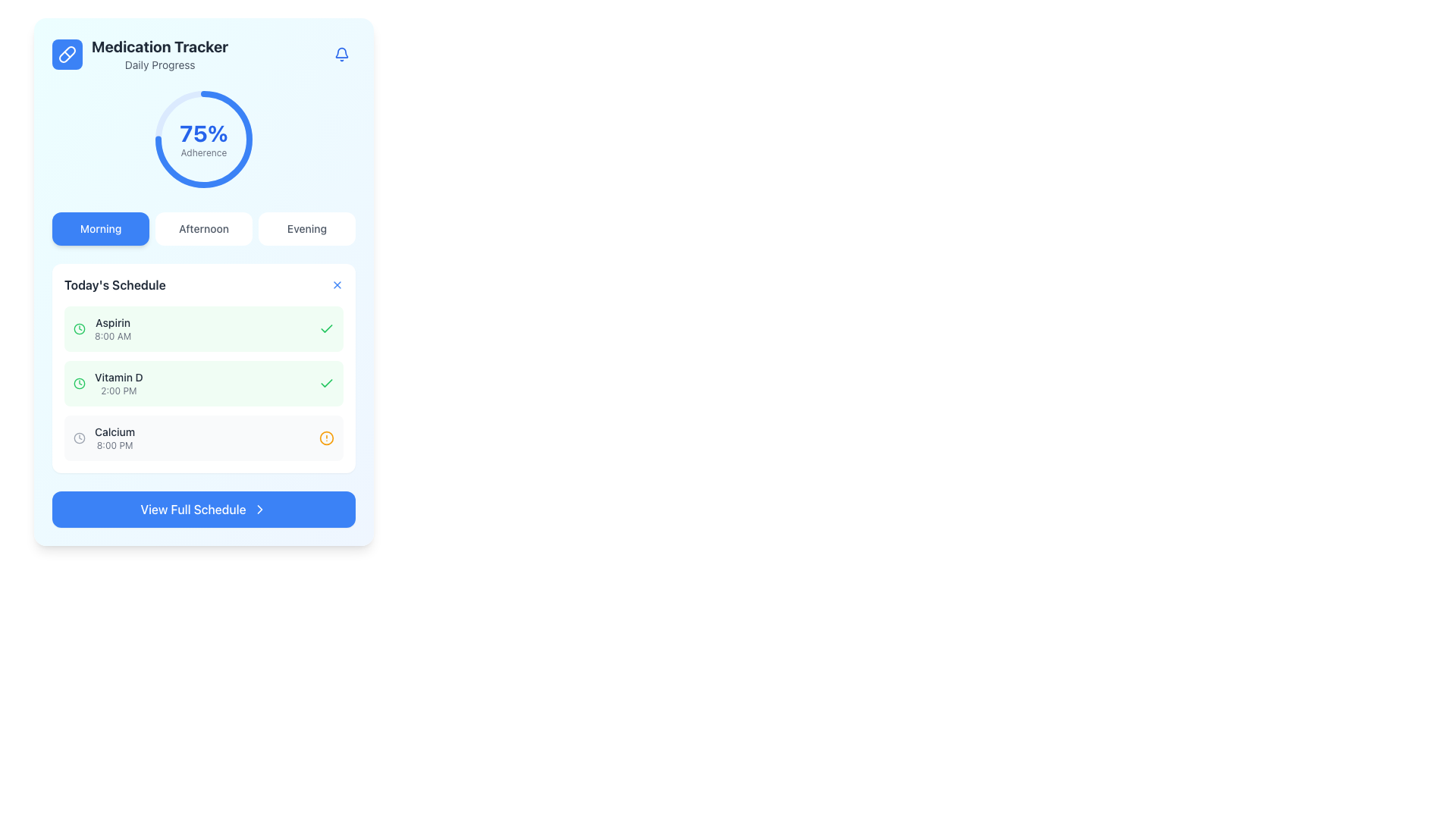 The image size is (1456, 819). I want to click on the Notification icon (SVG bell) located in the top-right corner of the 'Medication Tracker' card, which serves as a clickable region for alerts, so click(341, 54).